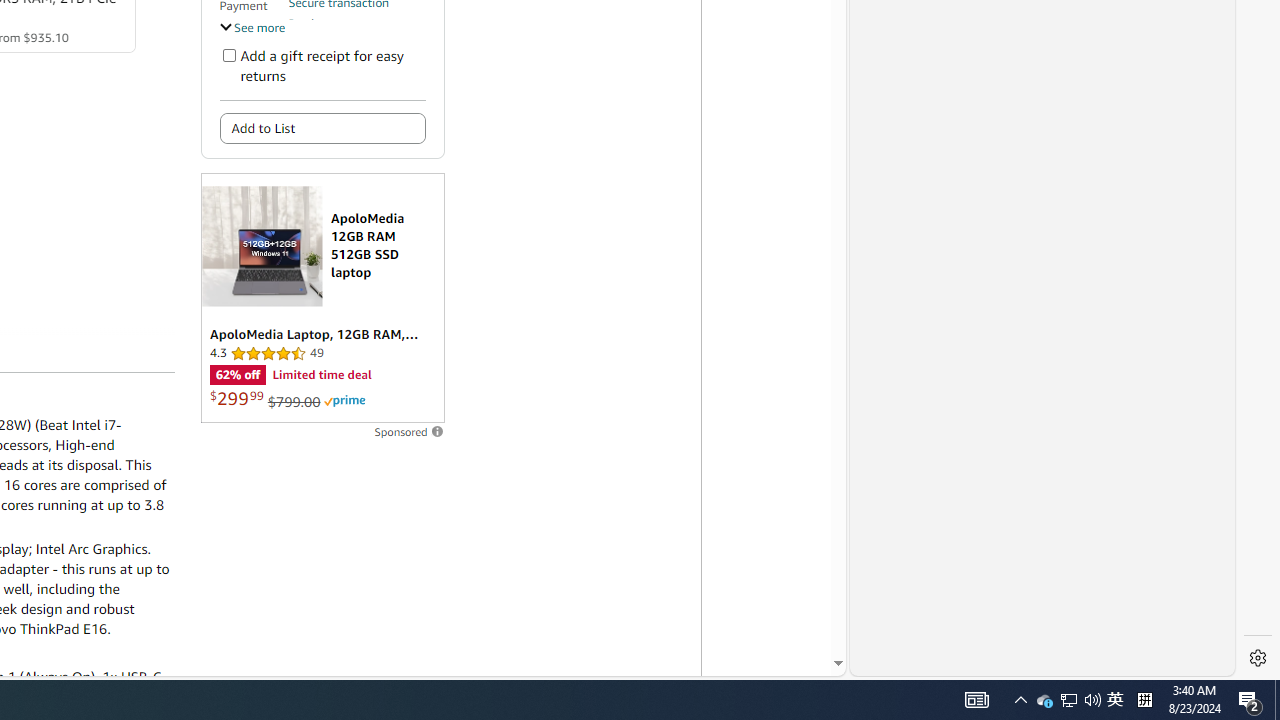  What do you see at coordinates (344, 401) in the screenshot?
I see `'Prime'` at bounding box center [344, 401].